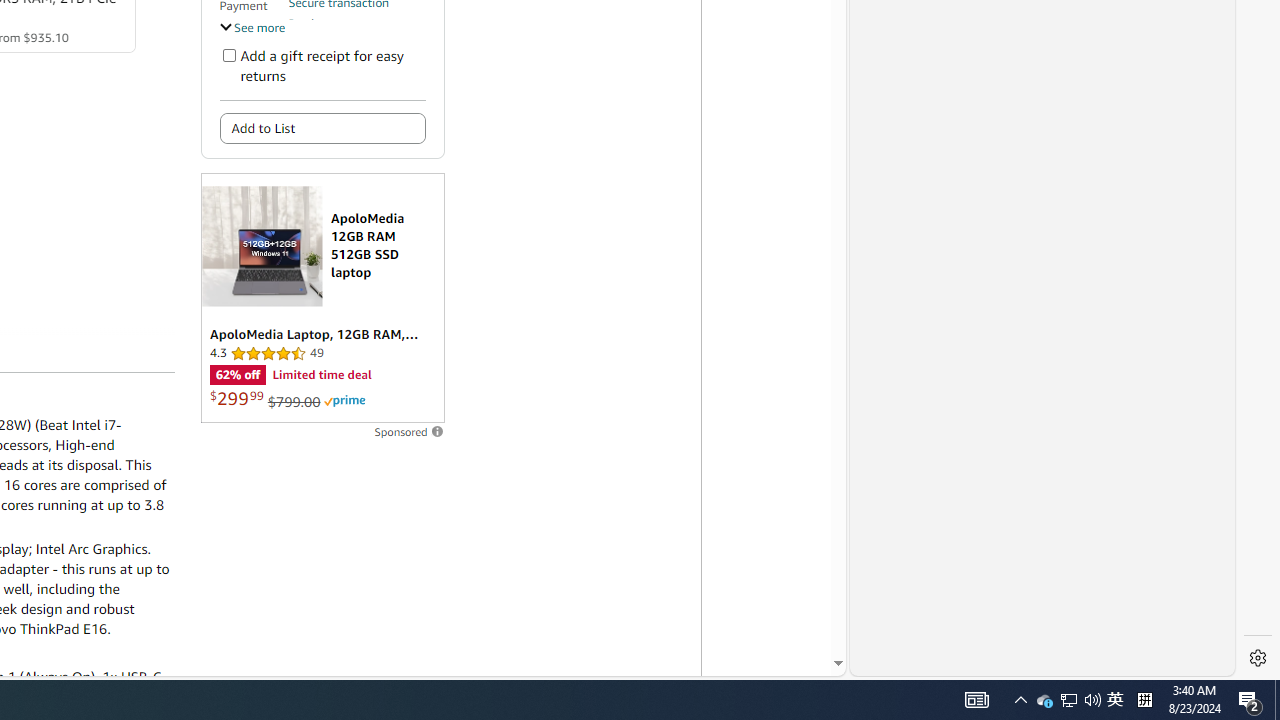  What do you see at coordinates (344, 401) in the screenshot?
I see `'Prime'` at bounding box center [344, 401].